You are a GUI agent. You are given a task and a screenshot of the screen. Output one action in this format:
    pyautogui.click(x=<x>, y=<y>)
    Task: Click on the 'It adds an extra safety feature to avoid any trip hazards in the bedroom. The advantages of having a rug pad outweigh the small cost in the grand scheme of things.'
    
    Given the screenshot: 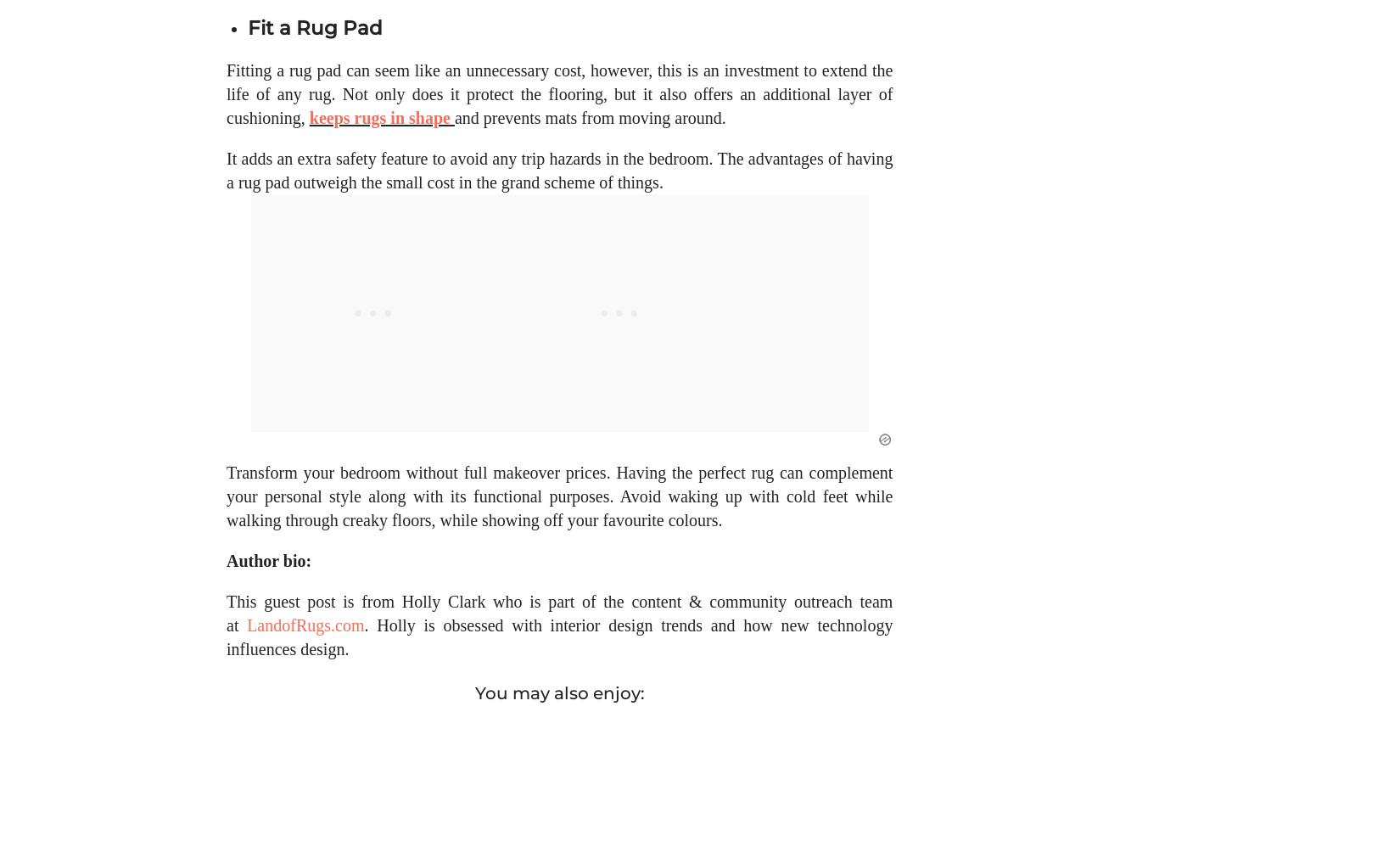 What is the action you would take?
    pyautogui.click(x=558, y=186)
    